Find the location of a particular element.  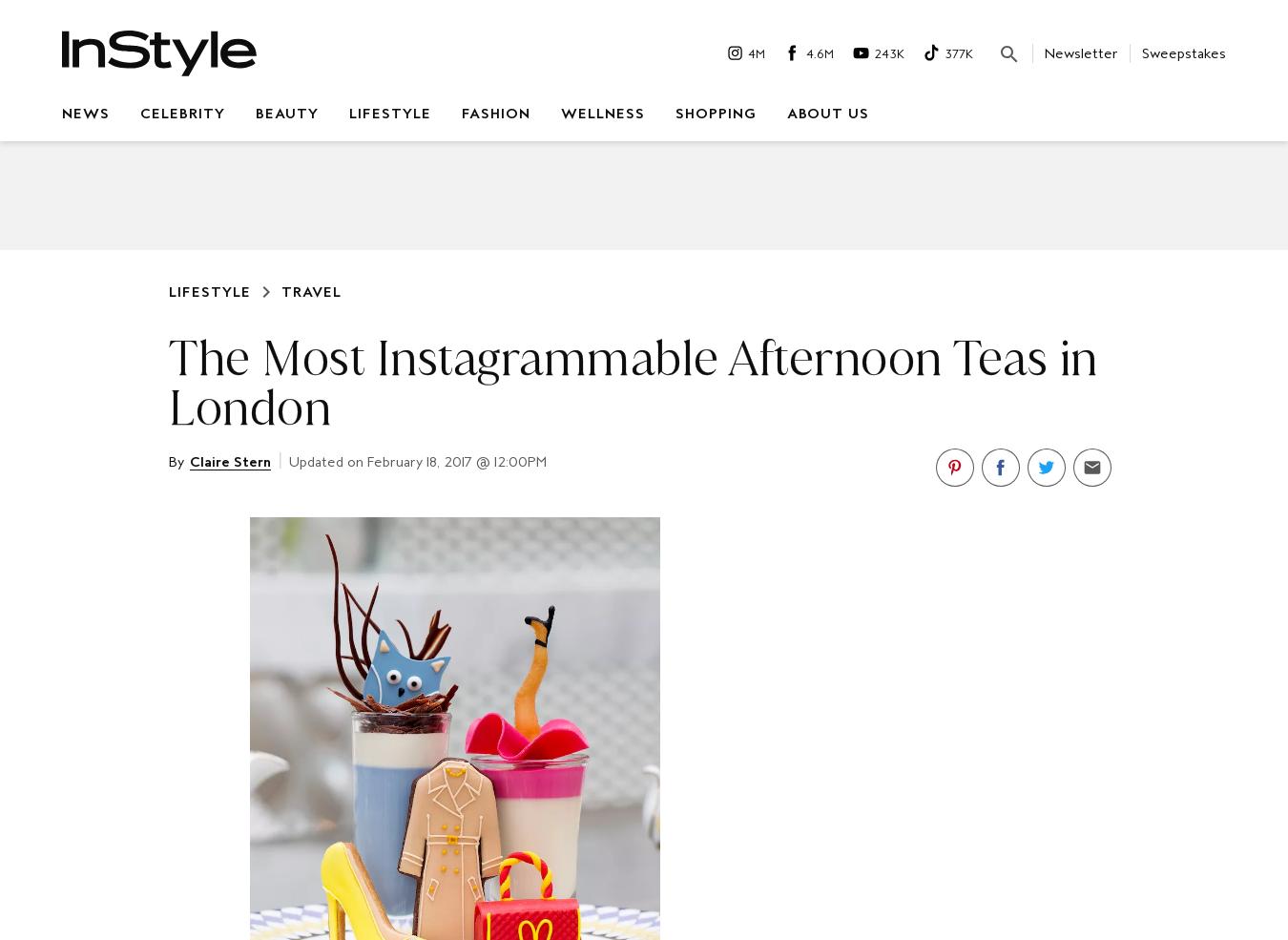

'Fashion' is located at coordinates (495, 113).